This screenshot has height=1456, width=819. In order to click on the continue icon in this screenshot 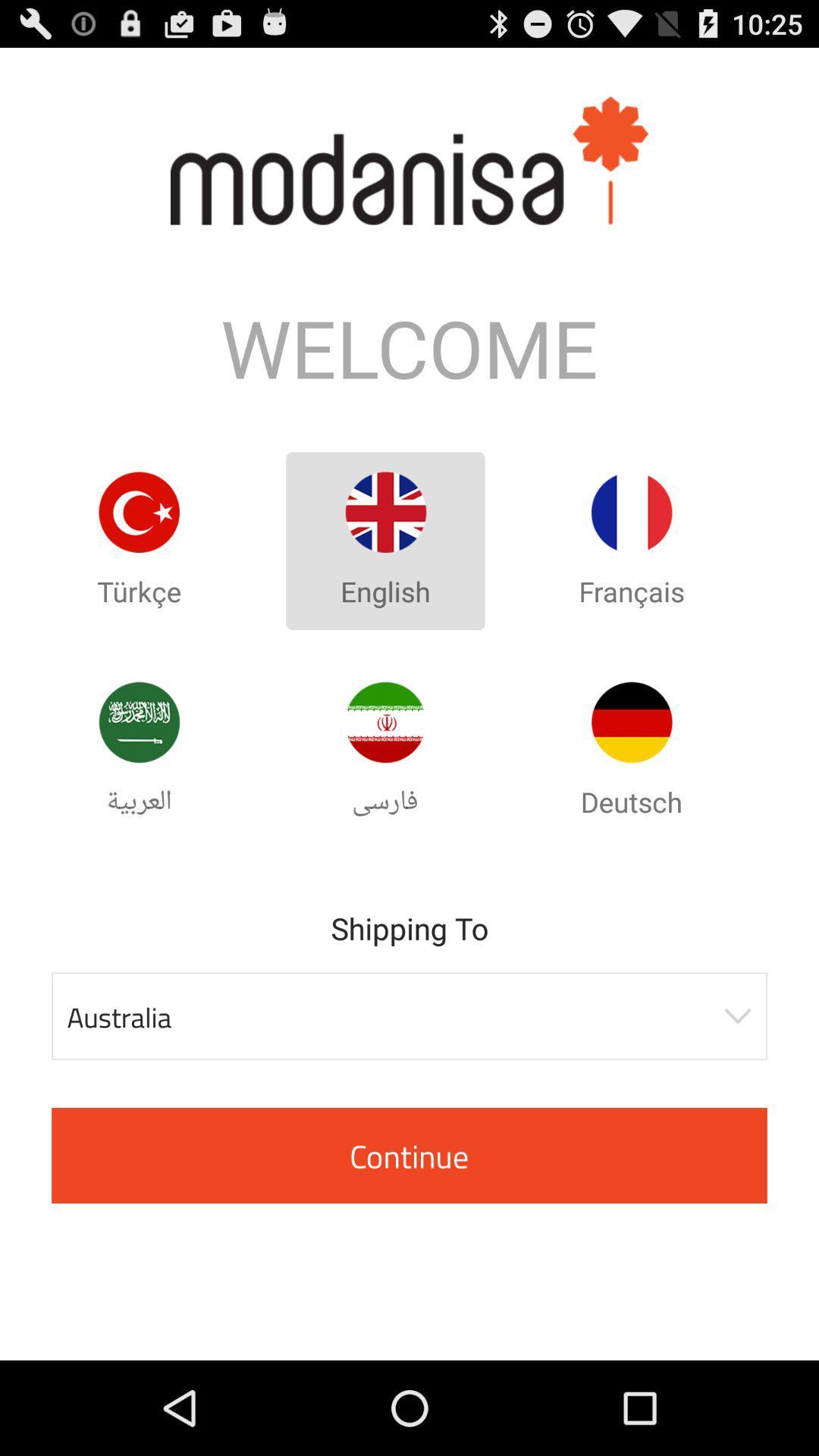, I will do `click(409, 1155)`.